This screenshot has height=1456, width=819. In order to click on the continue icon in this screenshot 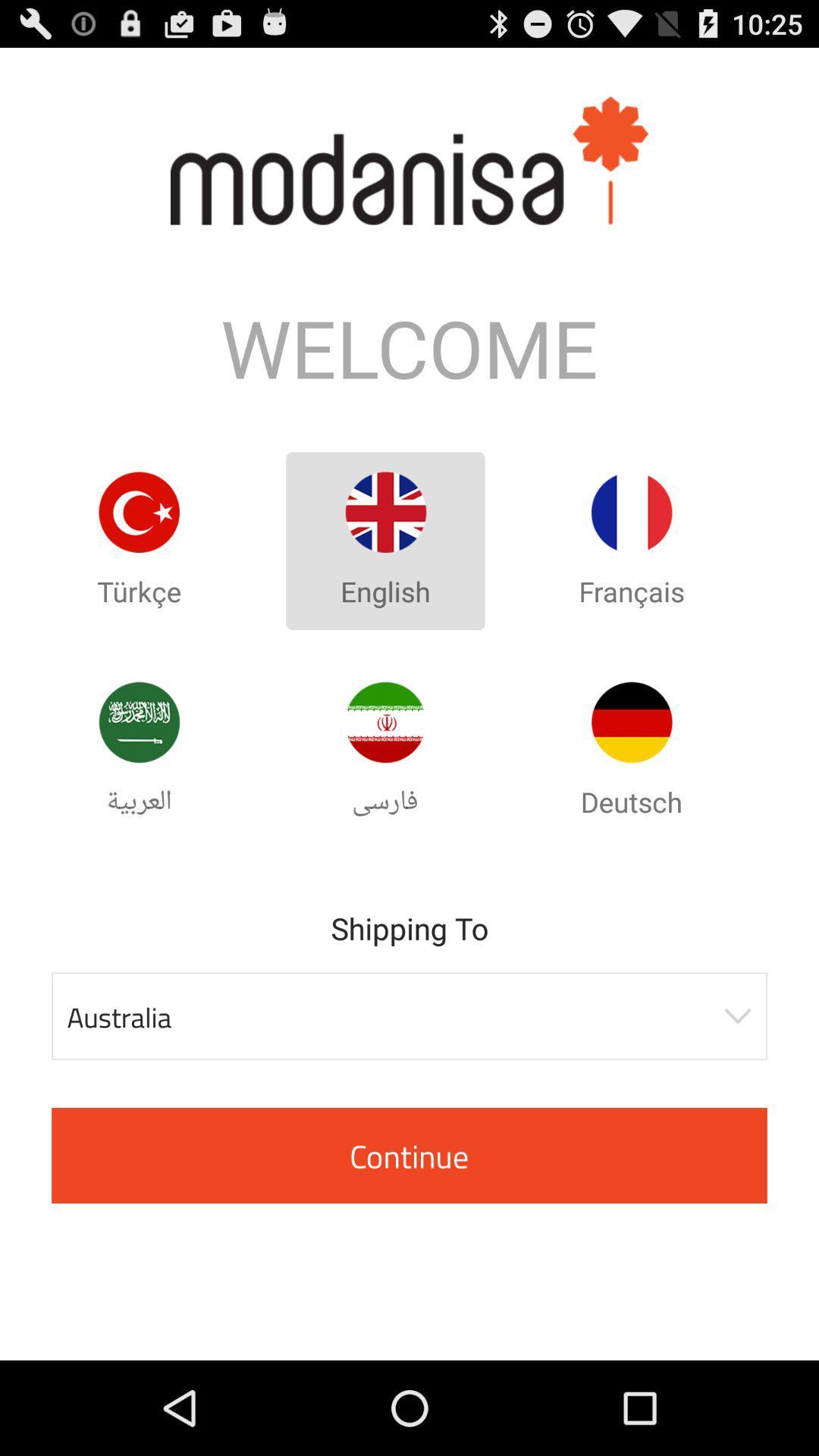, I will do `click(409, 1155)`.